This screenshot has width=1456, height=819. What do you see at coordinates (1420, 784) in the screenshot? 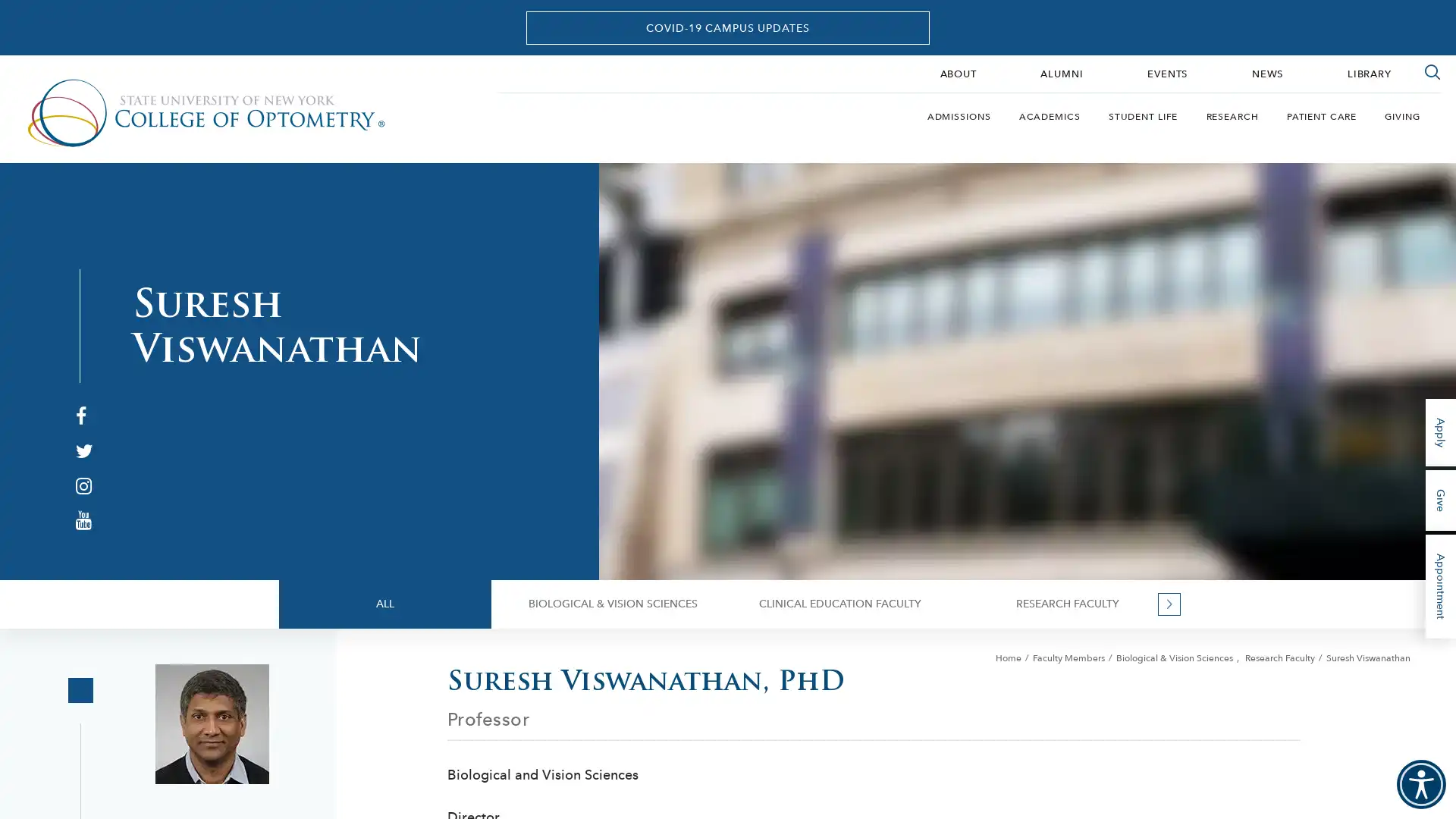
I see `Accessibility Menu` at bounding box center [1420, 784].